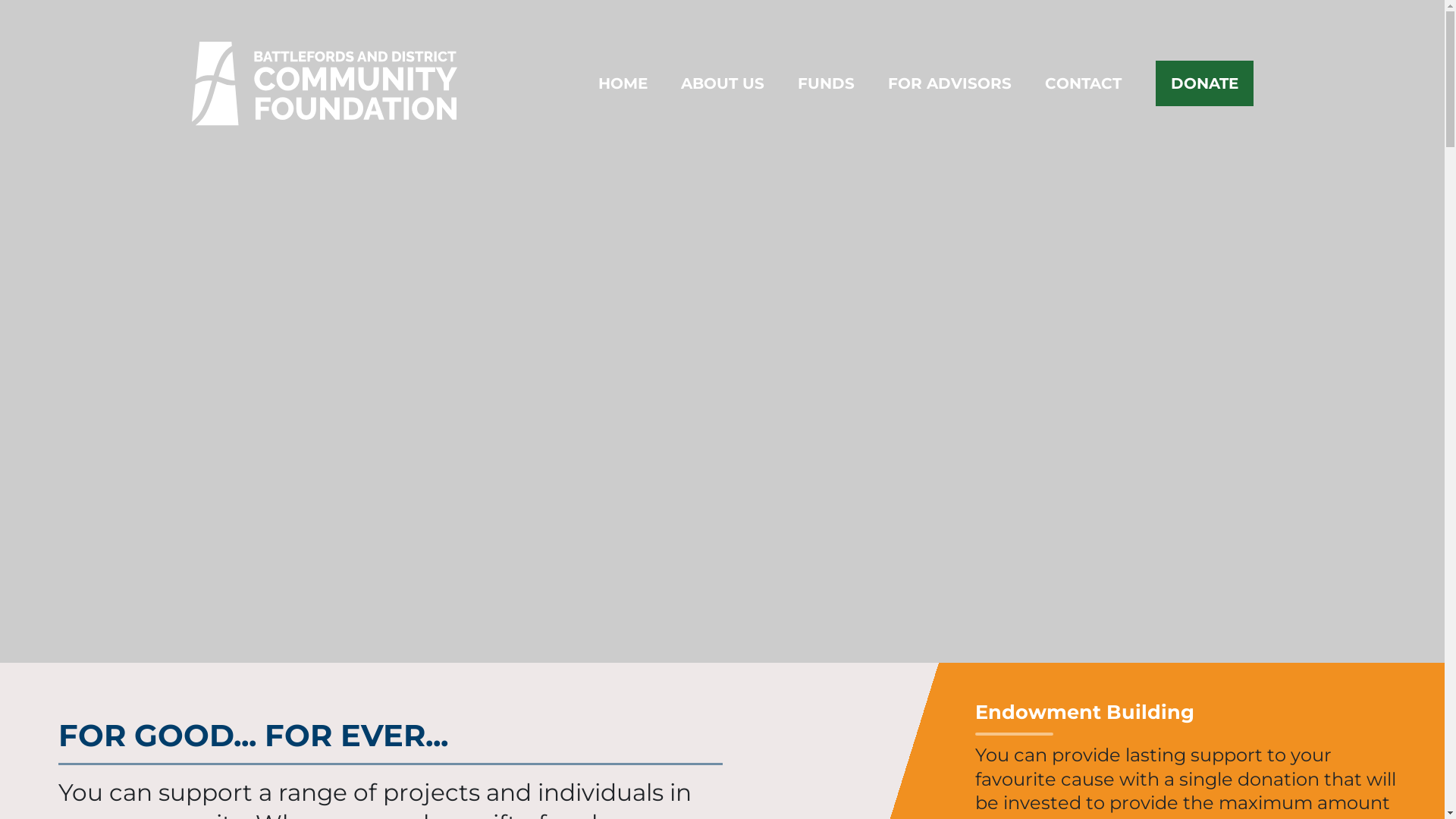  What do you see at coordinates (1043, 83) in the screenshot?
I see `'CONTACT'` at bounding box center [1043, 83].